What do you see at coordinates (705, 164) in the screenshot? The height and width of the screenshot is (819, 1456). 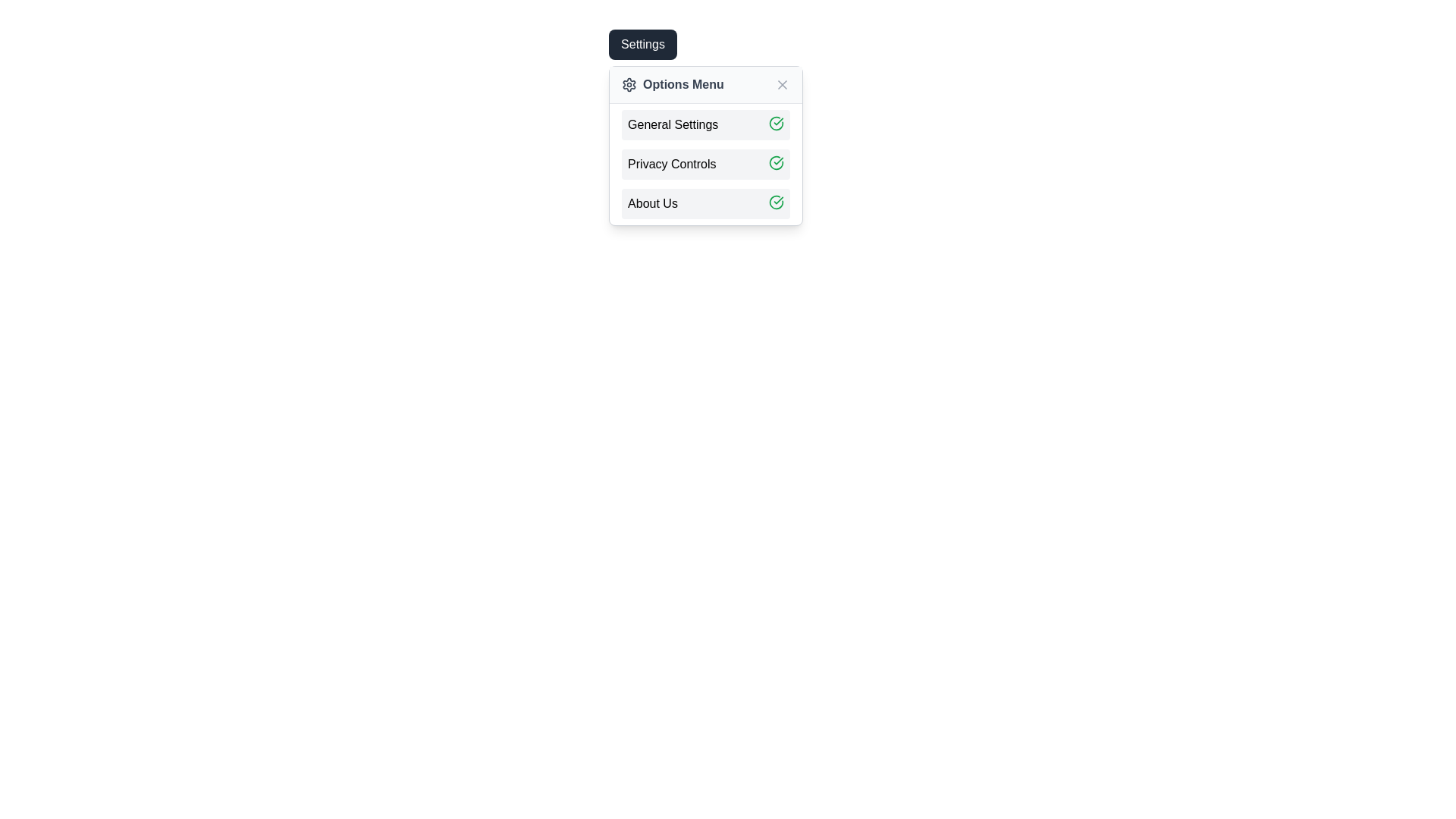 I see `the 'Privacy Controls' menu item, which is the second item in the 'Options Menu' dropdown` at bounding box center [705, 164].